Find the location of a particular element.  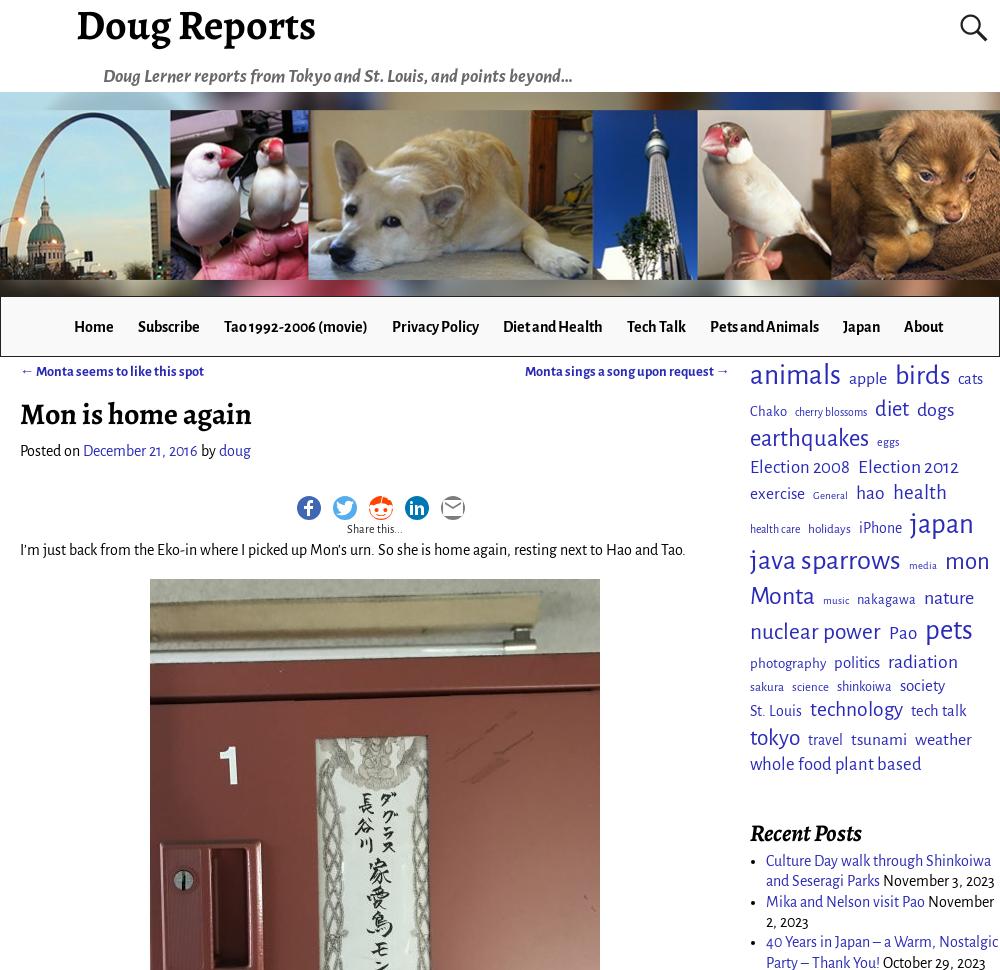

'Chako' is located at coordinates (768, 410).